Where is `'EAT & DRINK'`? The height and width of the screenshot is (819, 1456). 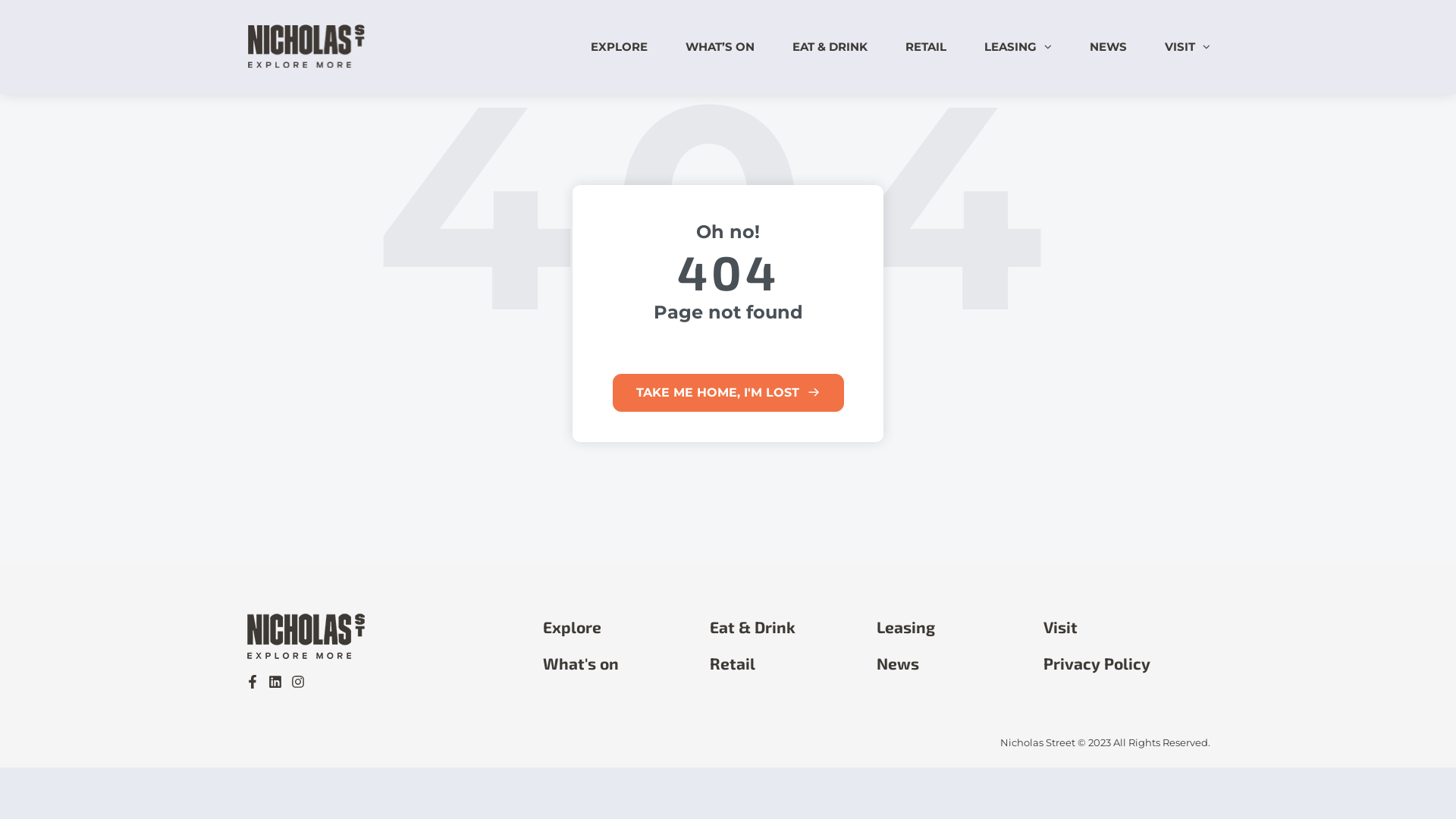 'EAT & DRINK' is located at coordinates (829, 45).